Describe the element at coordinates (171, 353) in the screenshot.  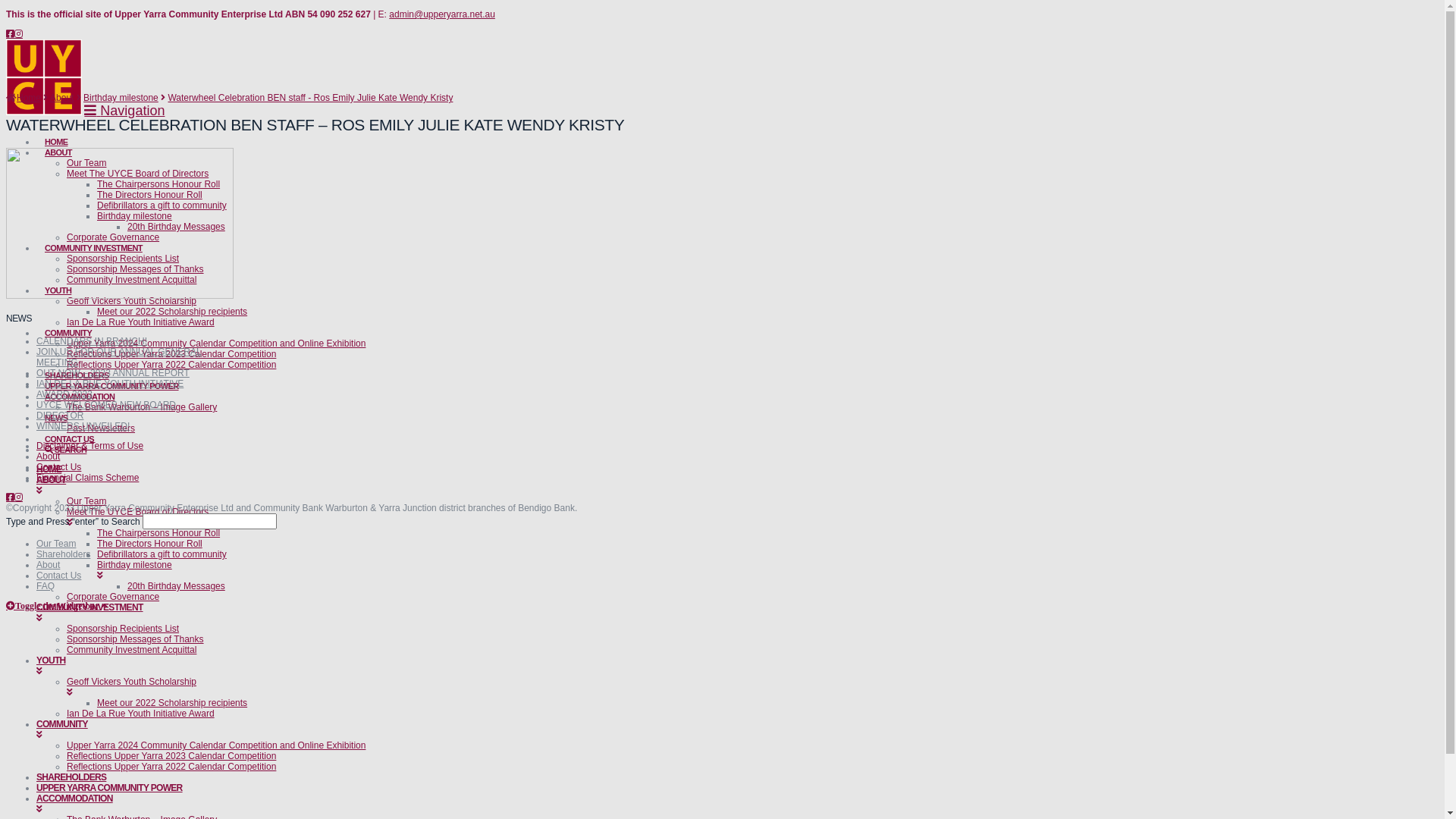
I see `'Reflections Upper Yarra 2023 Calendar Competition'` at that location.